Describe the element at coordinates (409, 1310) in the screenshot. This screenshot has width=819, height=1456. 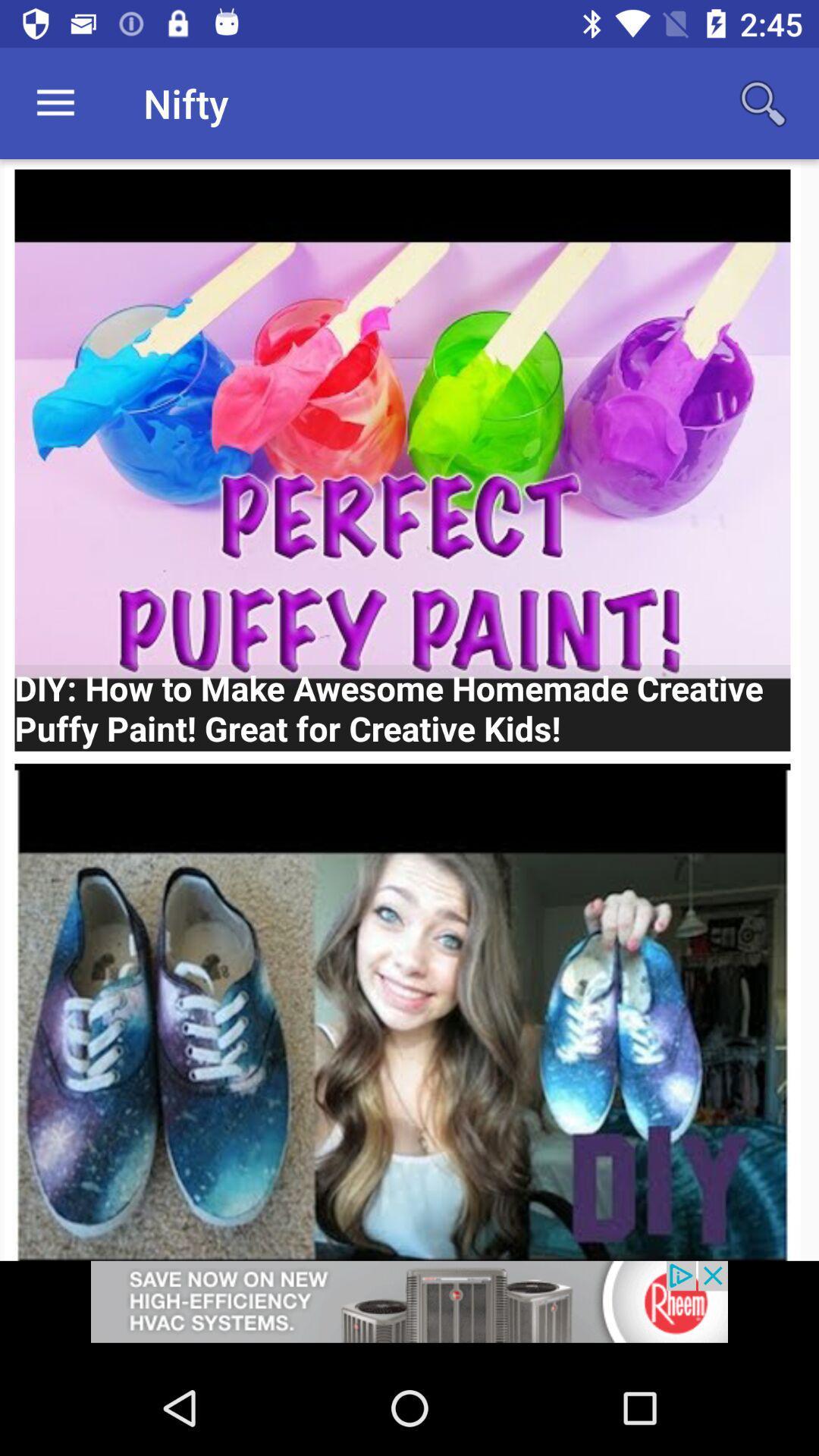
I see `add` at that location.